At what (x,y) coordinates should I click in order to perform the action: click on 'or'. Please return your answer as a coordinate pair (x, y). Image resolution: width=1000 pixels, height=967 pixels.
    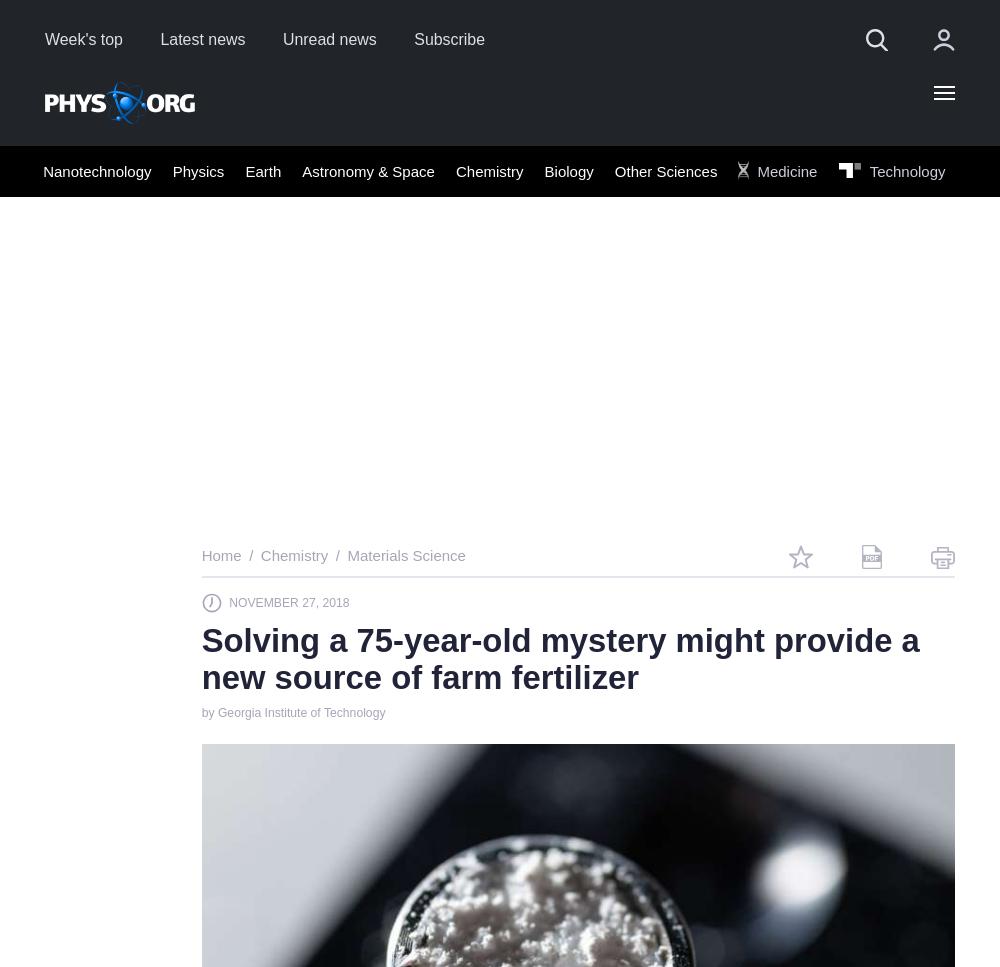
    Looking at the image, I should click on (799, 349).